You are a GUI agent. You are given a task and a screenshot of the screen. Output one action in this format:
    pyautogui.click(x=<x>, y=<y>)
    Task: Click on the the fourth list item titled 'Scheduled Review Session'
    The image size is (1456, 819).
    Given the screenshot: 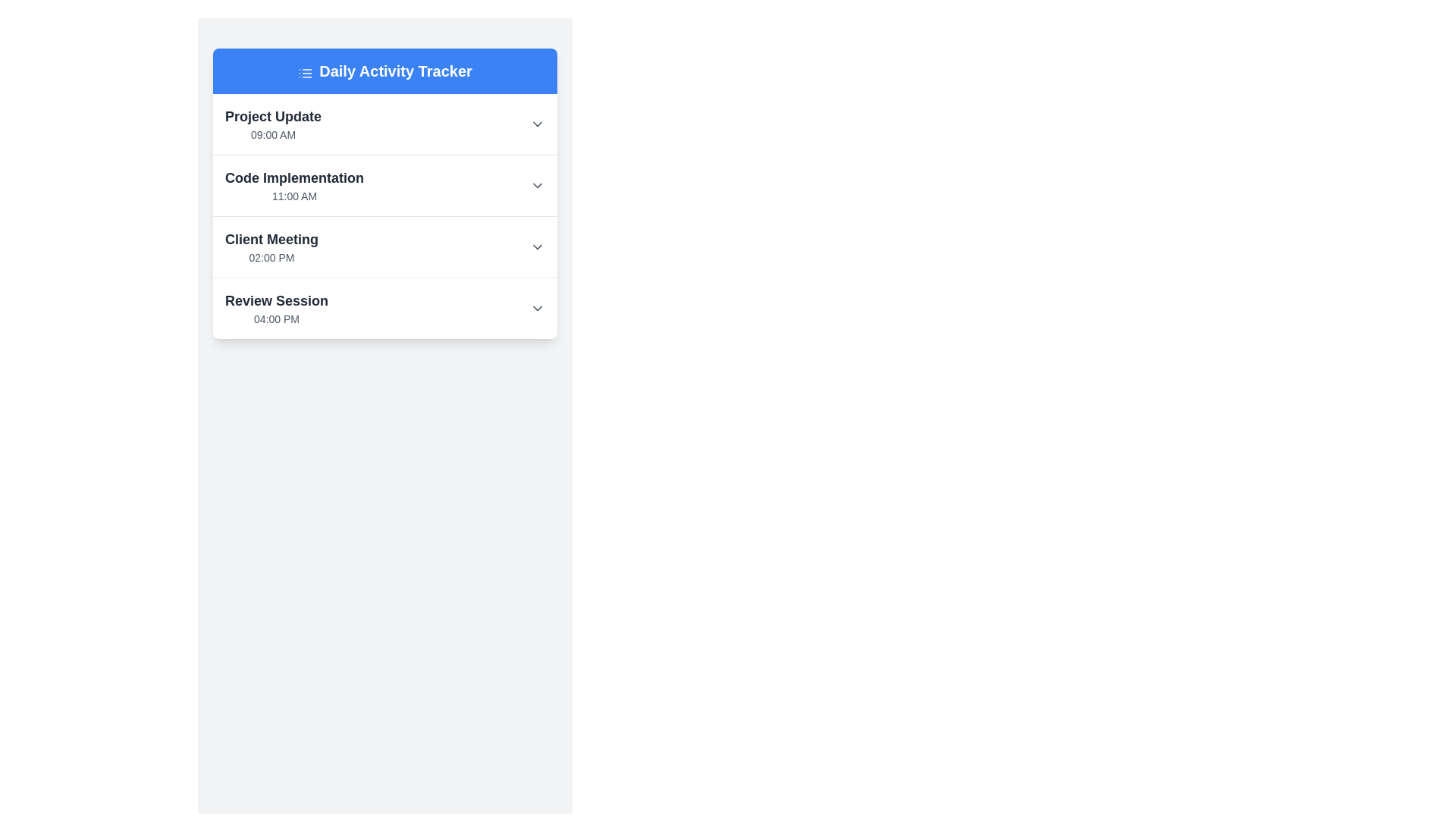 What is the action you would take?
    pyautogui.click(x=385, y=307)
    